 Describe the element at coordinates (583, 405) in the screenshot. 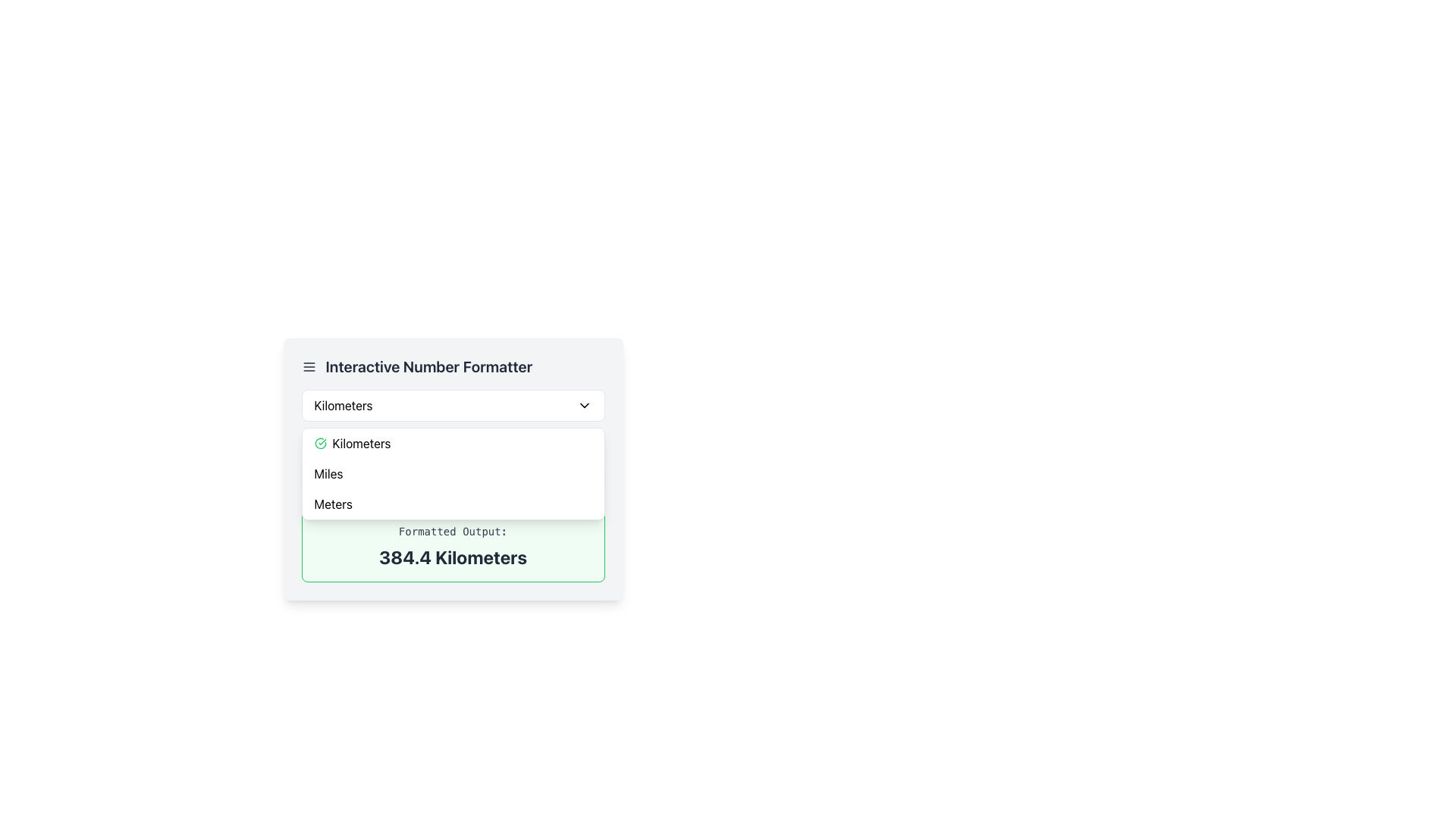

I see `the down-facing chevron icon located at the far right of the dropdown select component next to the text 'Kilometers'` at that location.